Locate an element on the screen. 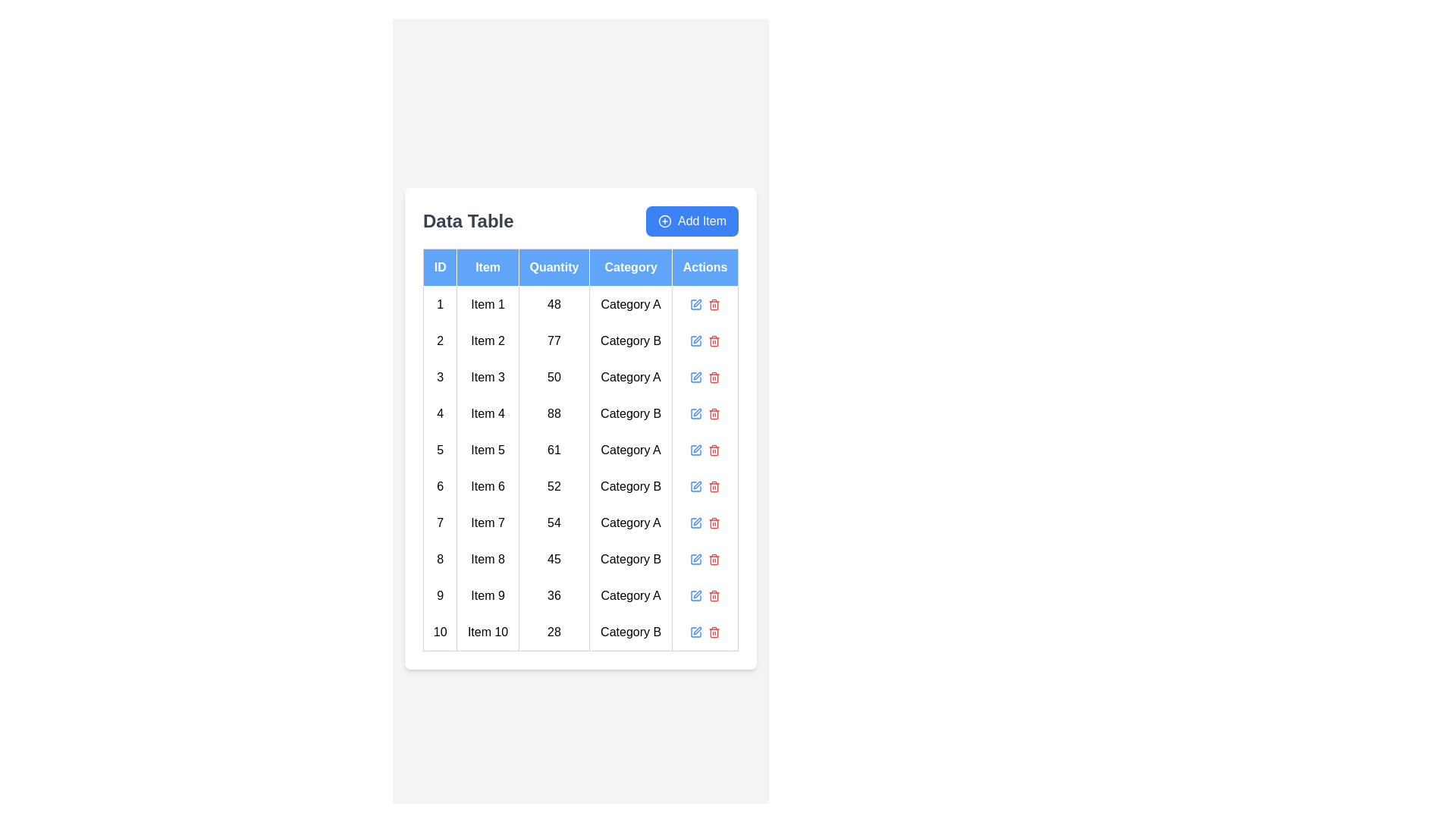  the first blue square-shaped icon button in the 'Actions' column of the 9th row in the data table to initiate editing is located at coordinates (695, 595).